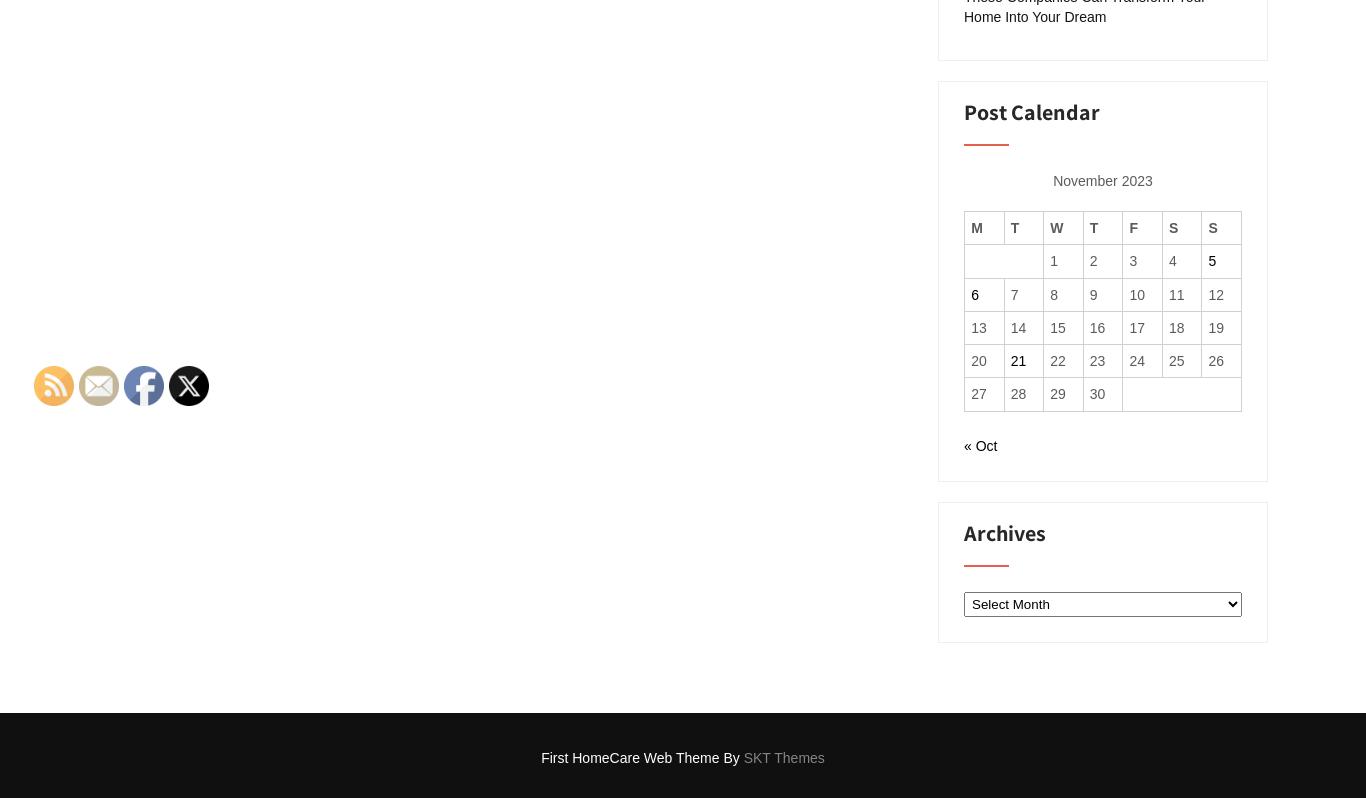 The height and width of the screenshot is (798, 1366). Describe the element at coordinates (978, 327) in the screenshot. I see `'13'` at that location.